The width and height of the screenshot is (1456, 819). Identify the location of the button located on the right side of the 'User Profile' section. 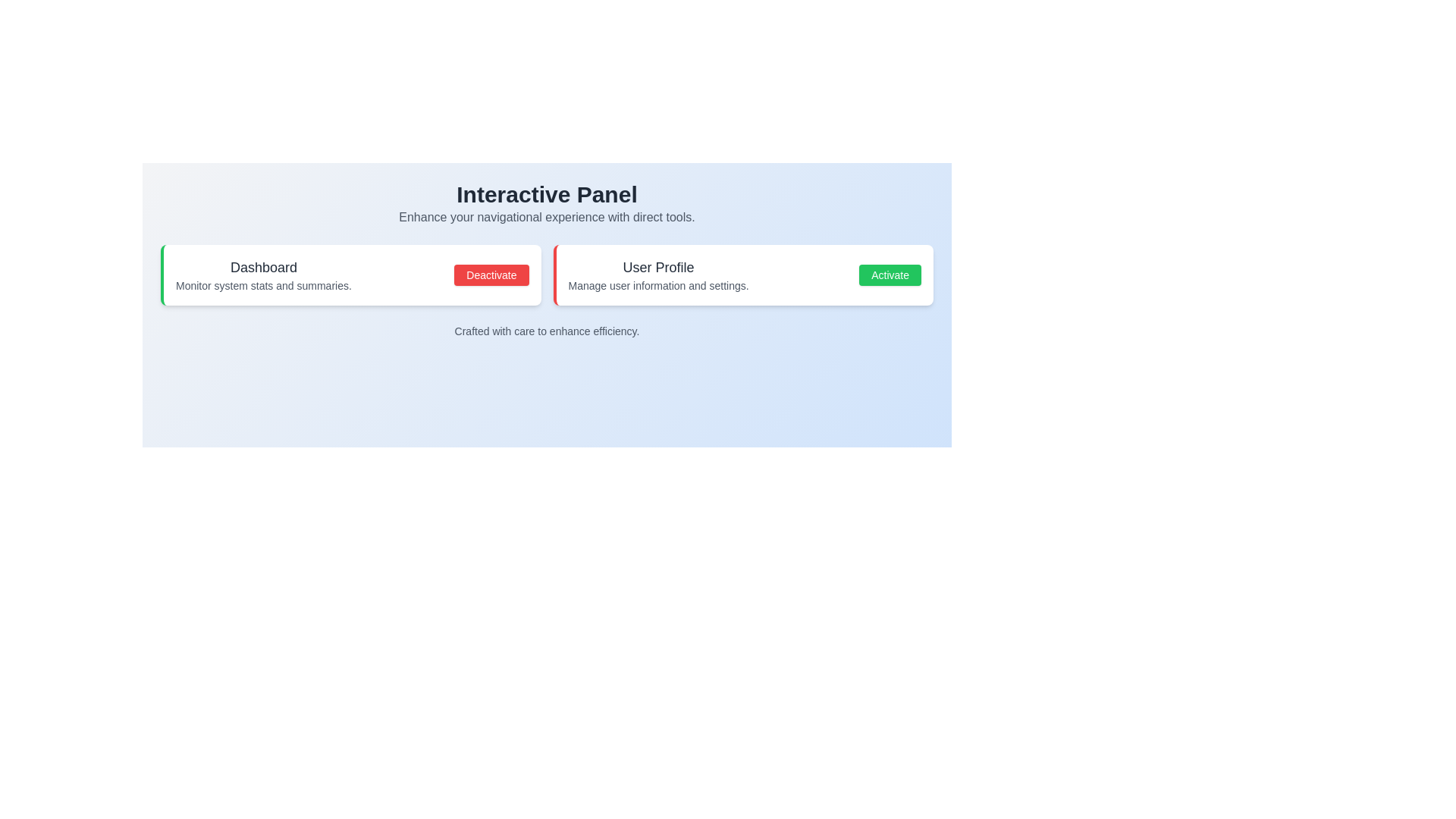
(890, 275).